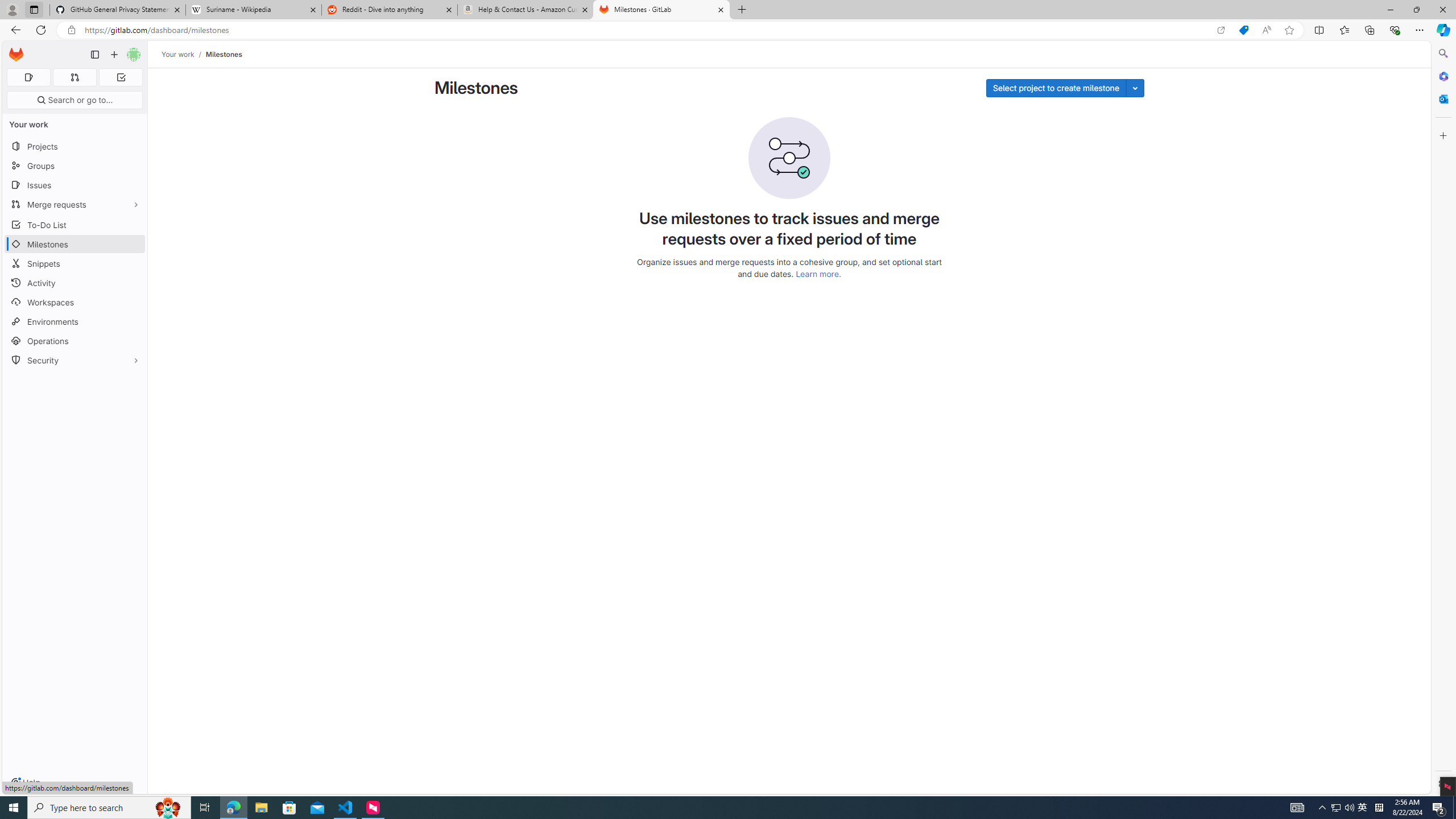  I want to click on 'Snippets', so click(74, 263).